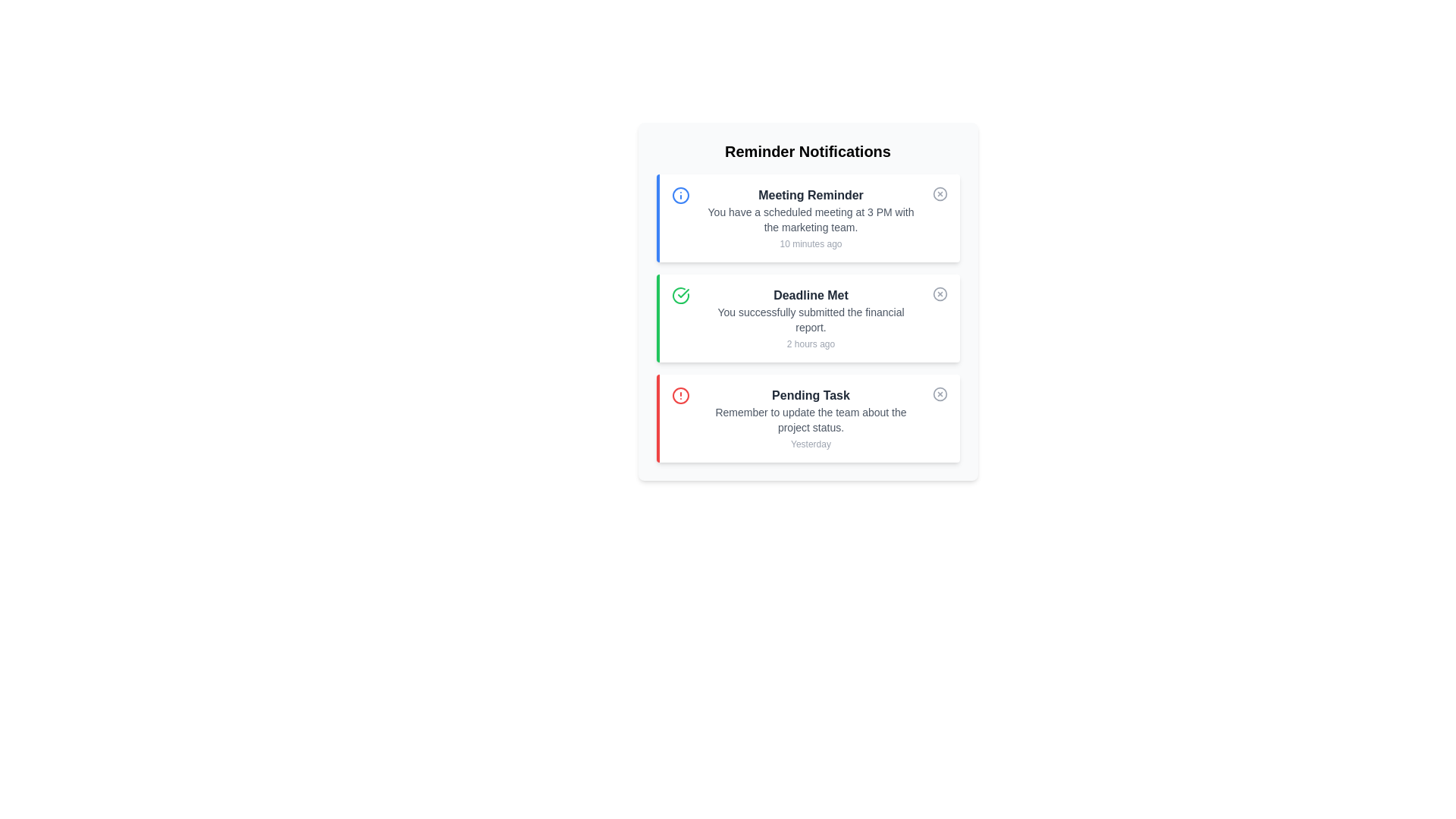 The image size is (1456, 819). Describe the element at coordinates (810, 218) in the screenshot. I see `the 'Meeting Reminder' text block located prominently in the center-left portion of the viewport to potentially reveal additional actions` at that location.